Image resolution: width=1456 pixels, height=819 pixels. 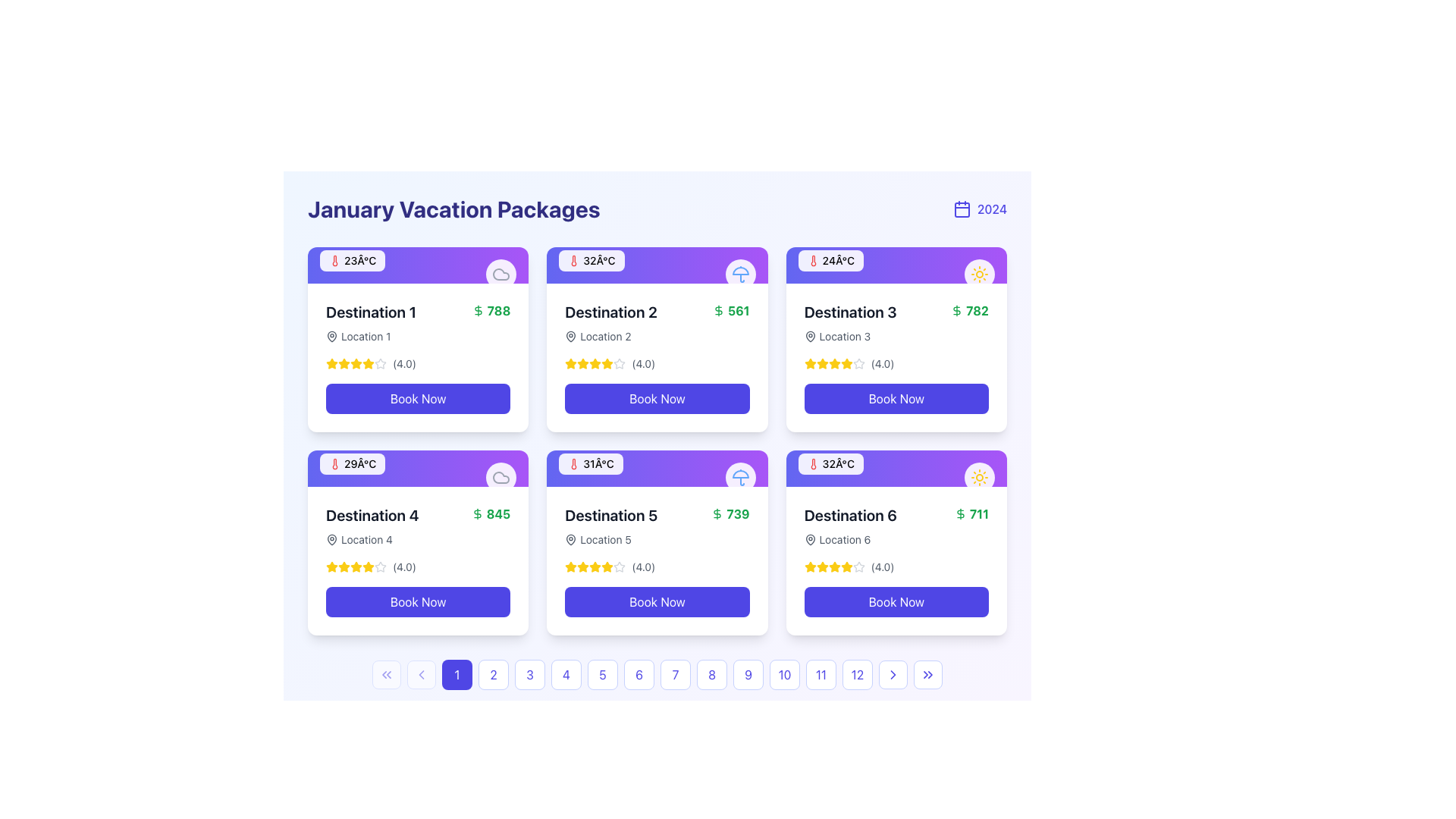 I want to click on the Price Label displaying the price of the vacation package for 'Destination 5', so click(x=730, y=513).